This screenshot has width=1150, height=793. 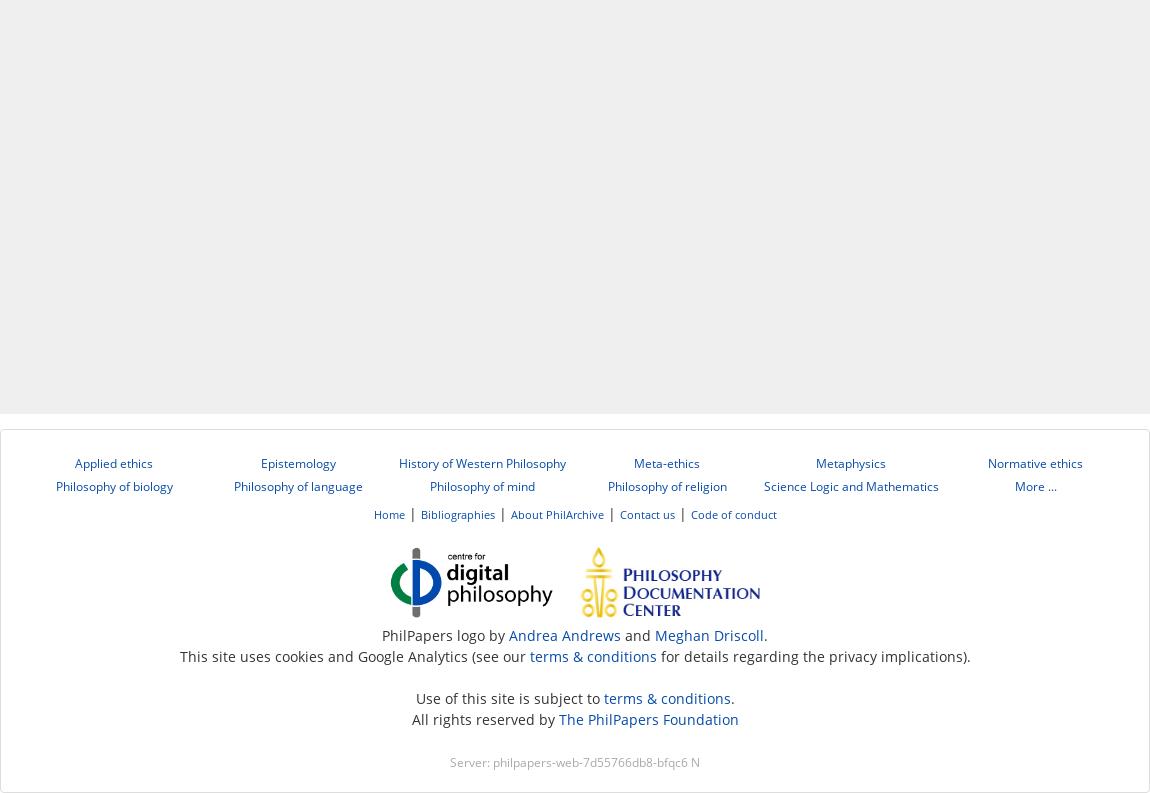 I want to click on 'Server: philpapers-web-7d55766db8-bfqc6 N', so click(x=575, y=762).